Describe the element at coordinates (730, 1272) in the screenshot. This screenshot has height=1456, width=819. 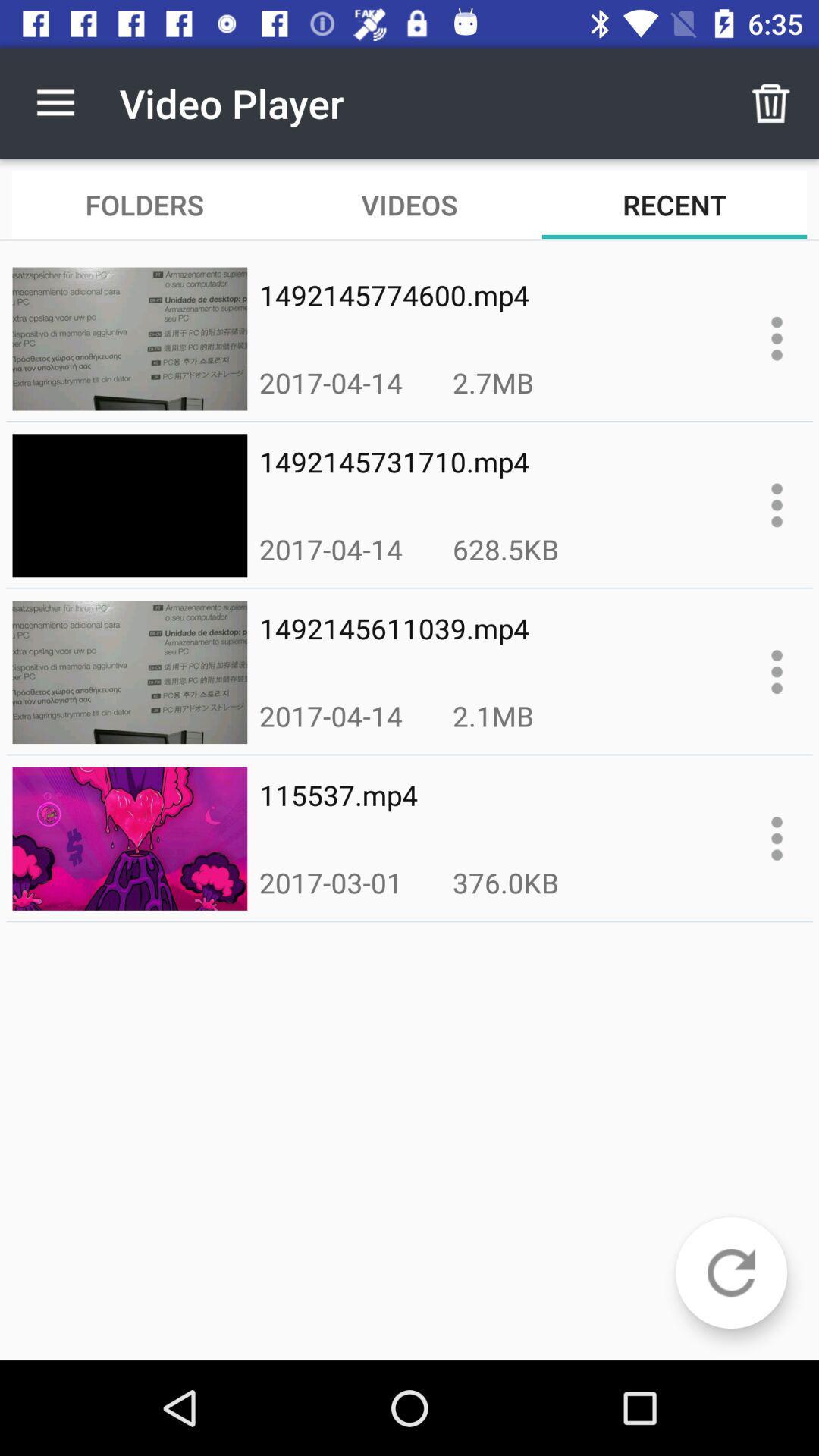
I see `the icon at the bottom right corner` at that location.